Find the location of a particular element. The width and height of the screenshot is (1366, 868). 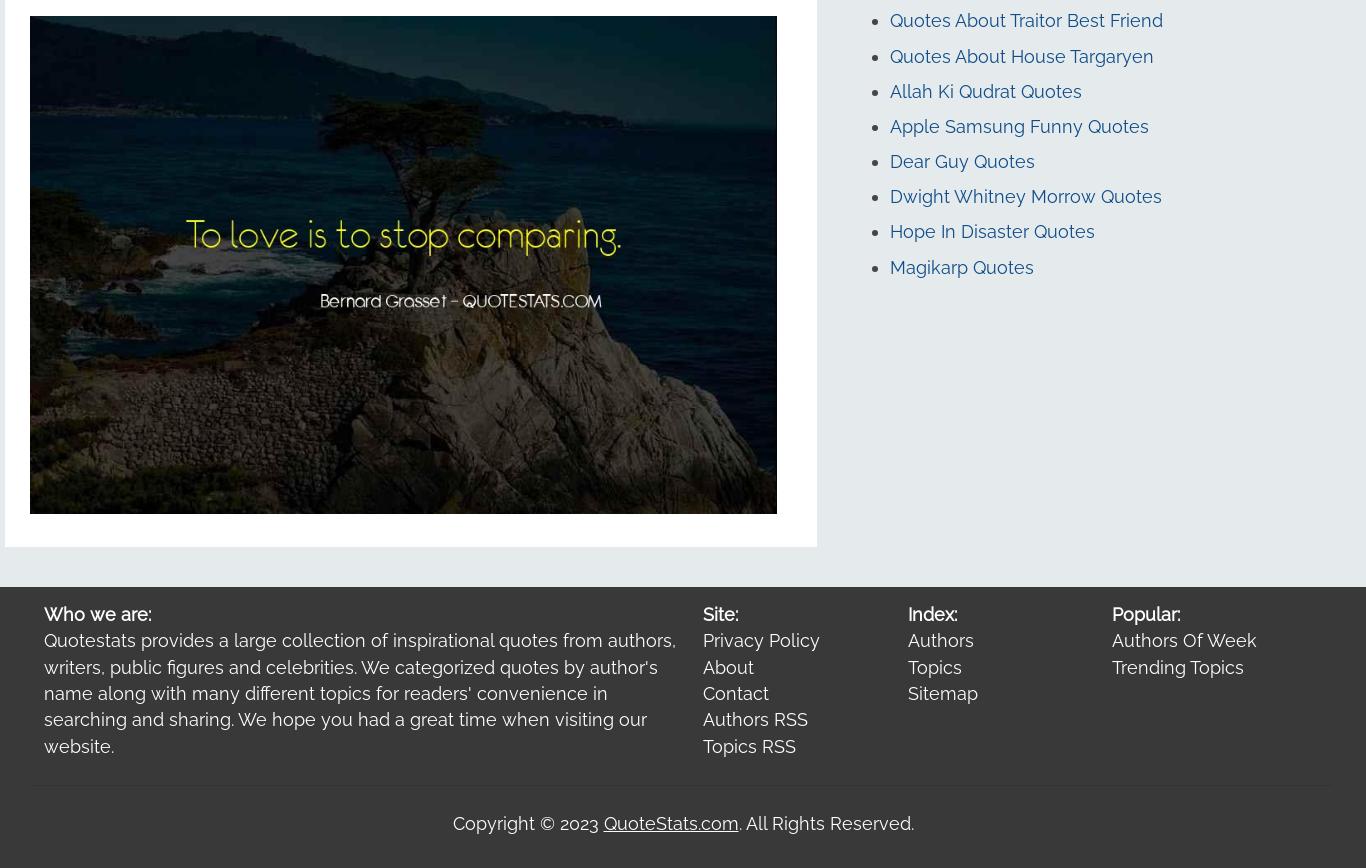

'About' is located at coordinates (728, 666).